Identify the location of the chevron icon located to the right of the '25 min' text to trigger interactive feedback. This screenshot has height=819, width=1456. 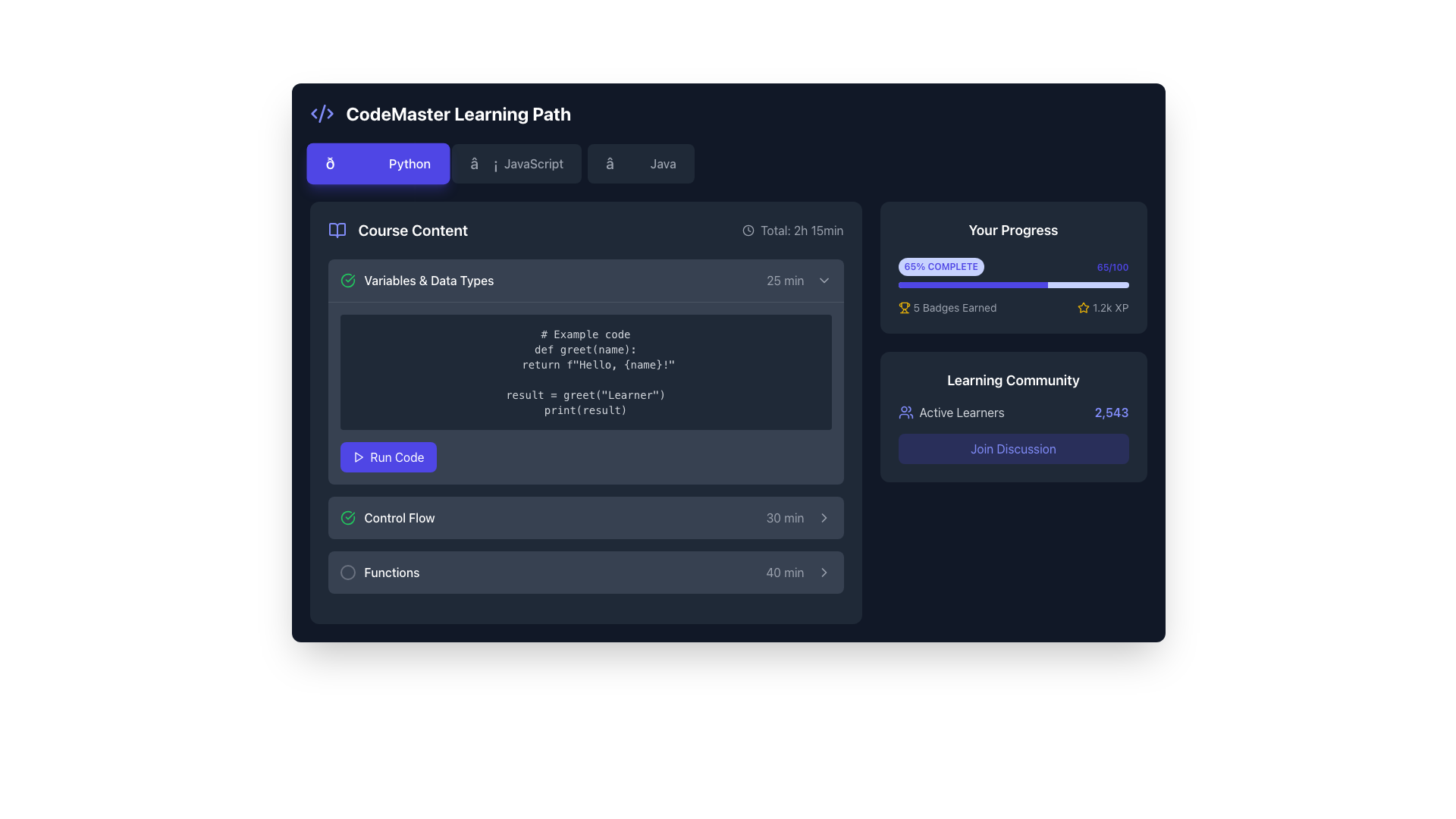
(823, 281).